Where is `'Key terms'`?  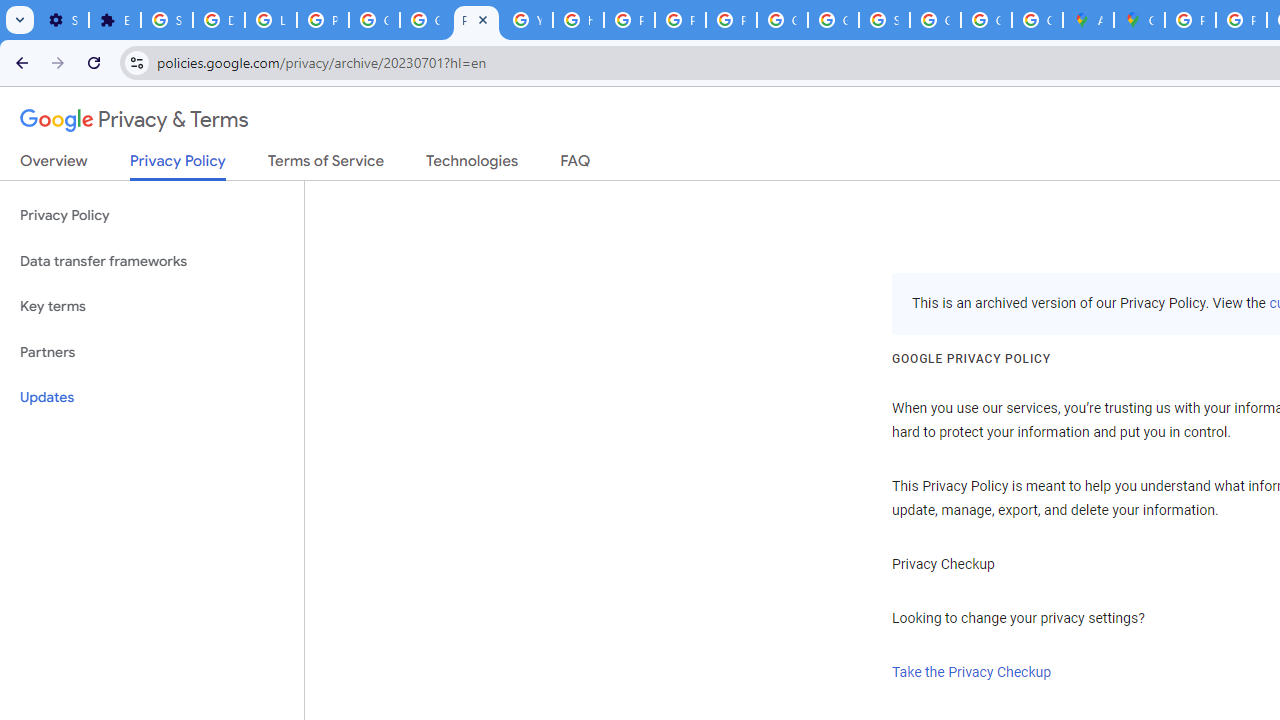 'Key terms' is located at coordinates (151, 306).